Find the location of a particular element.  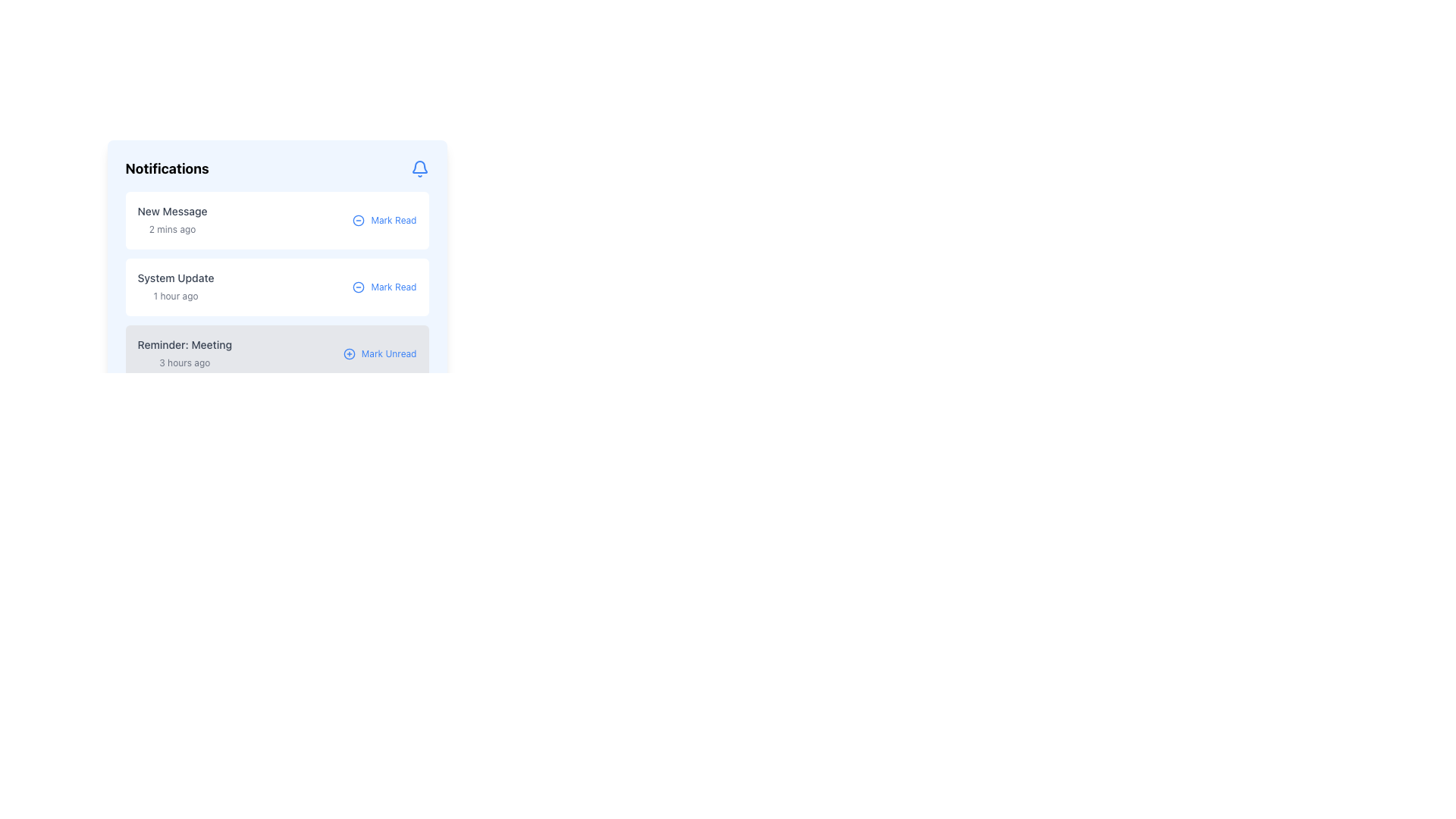

the text label displaying the time duration '3 hours ago', which is located below the 'Reminder: Meeting' text within the notification card is located at coordinates (184, 362).